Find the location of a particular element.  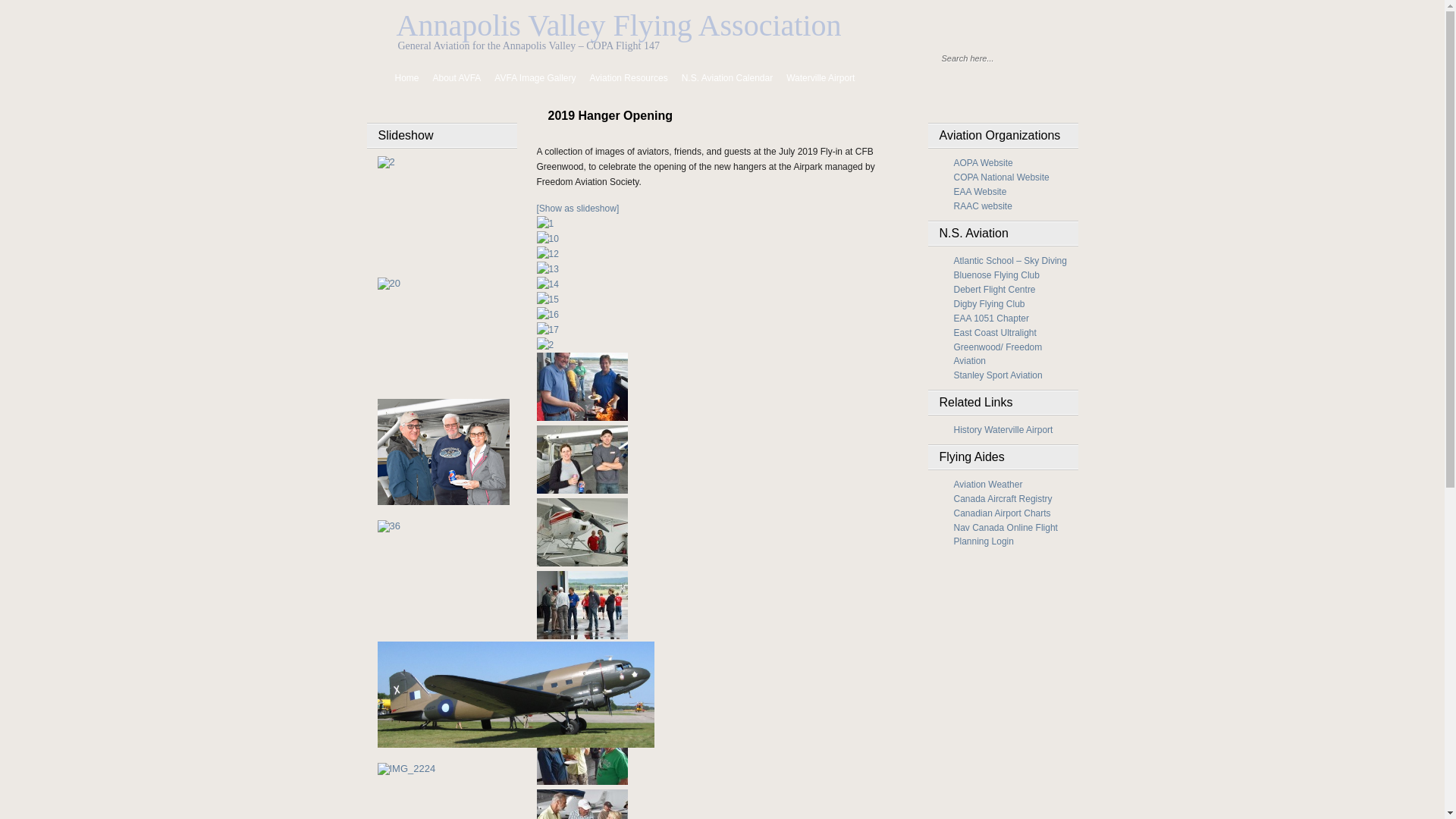

'EAA 1051 Chapter' is located at coordinates (991, 318).